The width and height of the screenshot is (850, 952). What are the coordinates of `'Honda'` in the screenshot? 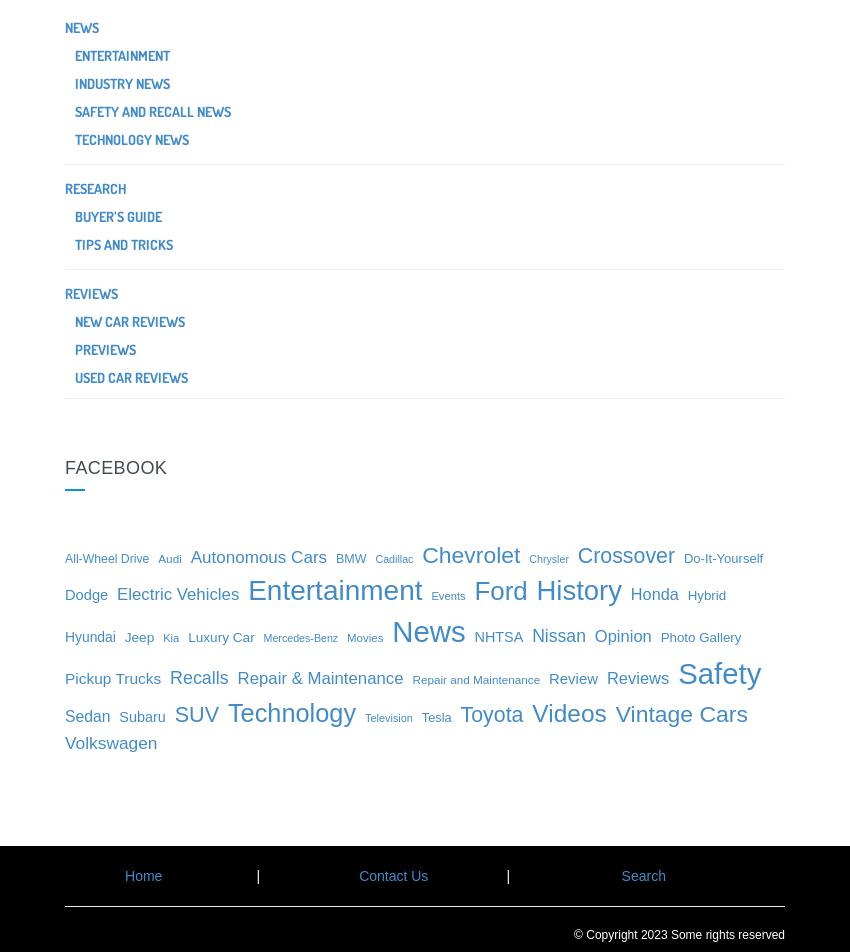 It's located at (653, 593).